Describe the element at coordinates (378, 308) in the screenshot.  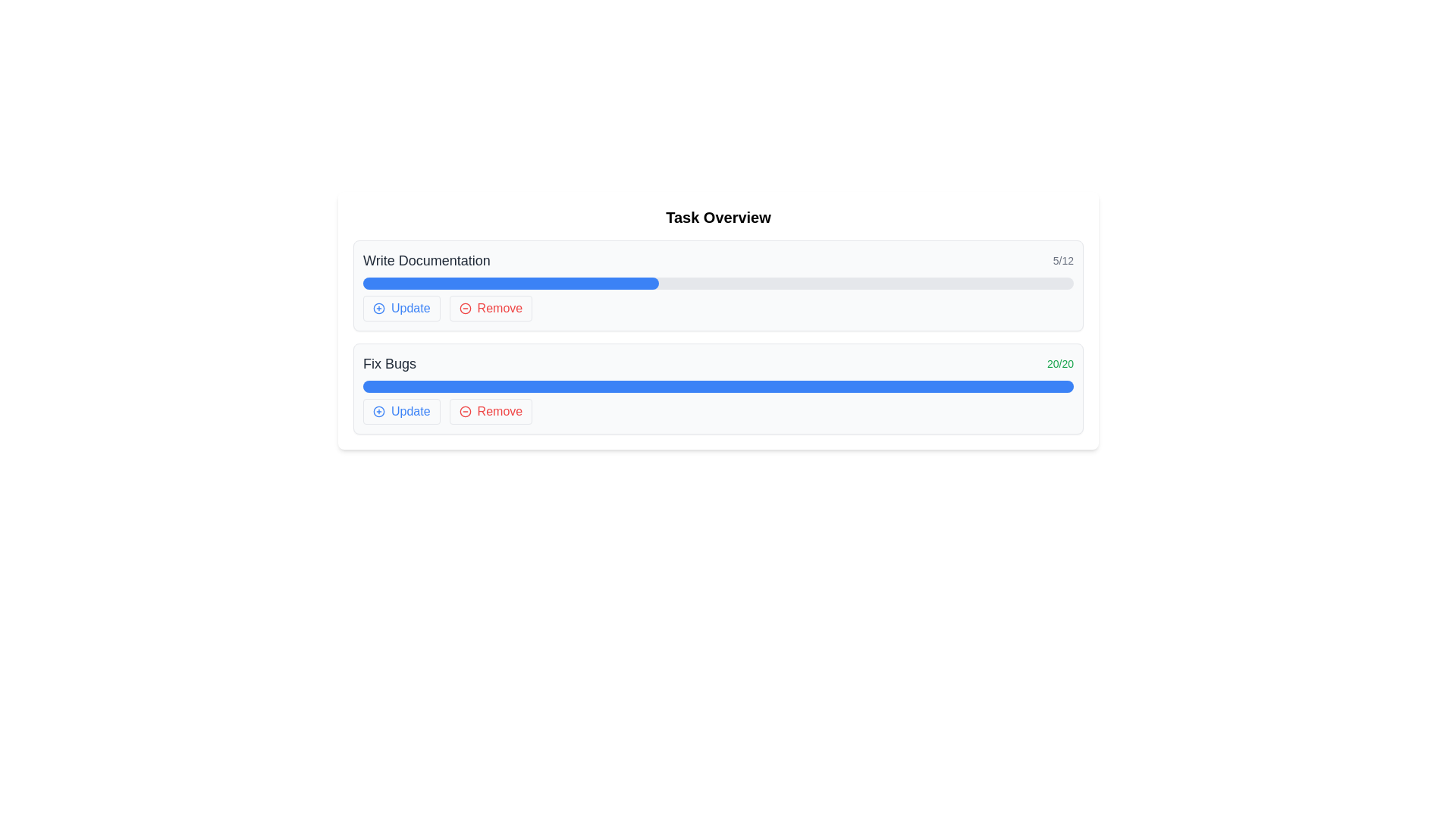
I see `the 'Update' button which contains the icon indicating an 'add' or 'update' function, located in the 'Write Documentation' task section` at that location.